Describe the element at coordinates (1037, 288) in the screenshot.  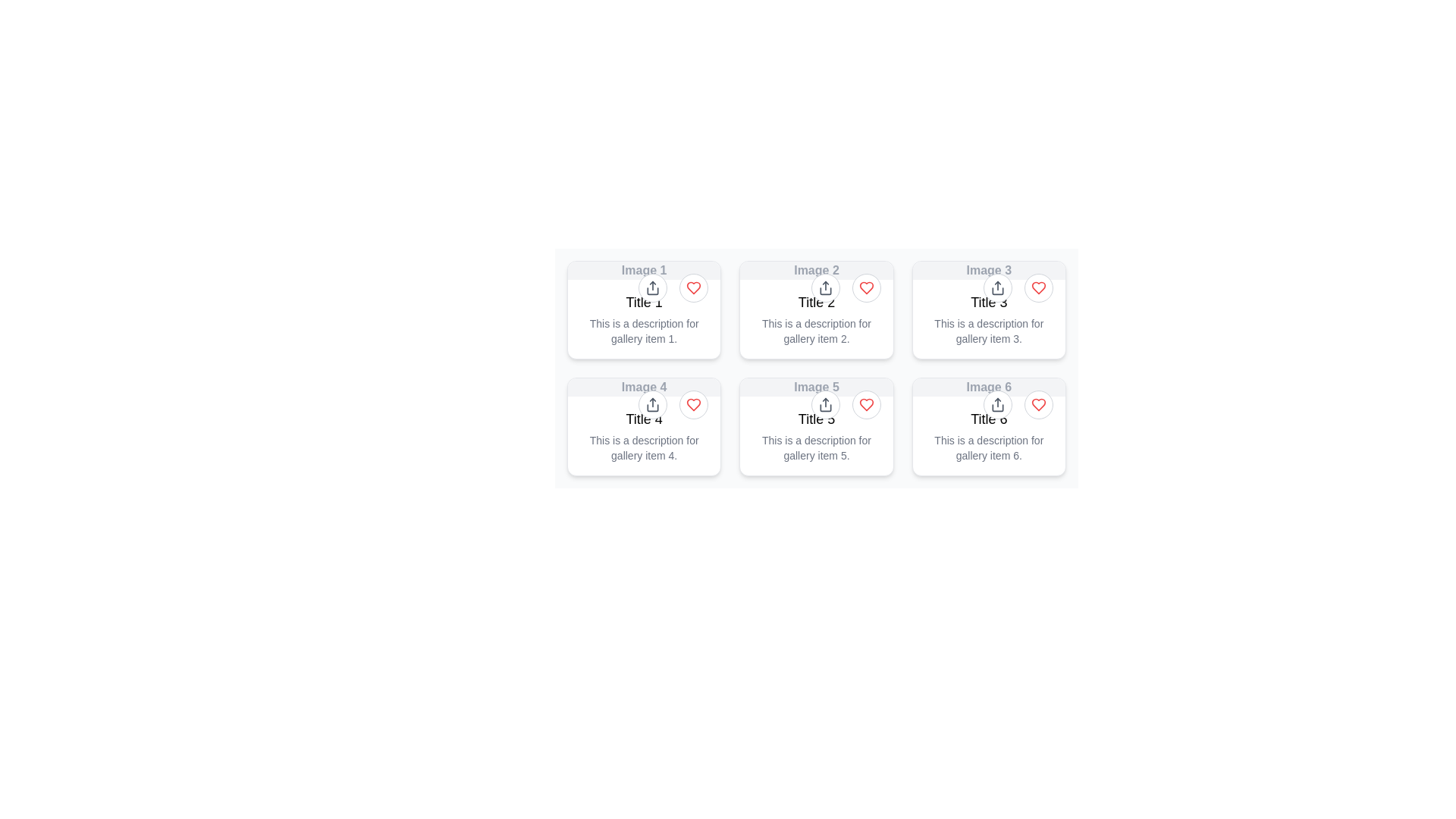
I see `the circular 'like' button with a red heart icon located in the top-right corner of the card labeled 'Title 3' to express liking for the content` at that location.